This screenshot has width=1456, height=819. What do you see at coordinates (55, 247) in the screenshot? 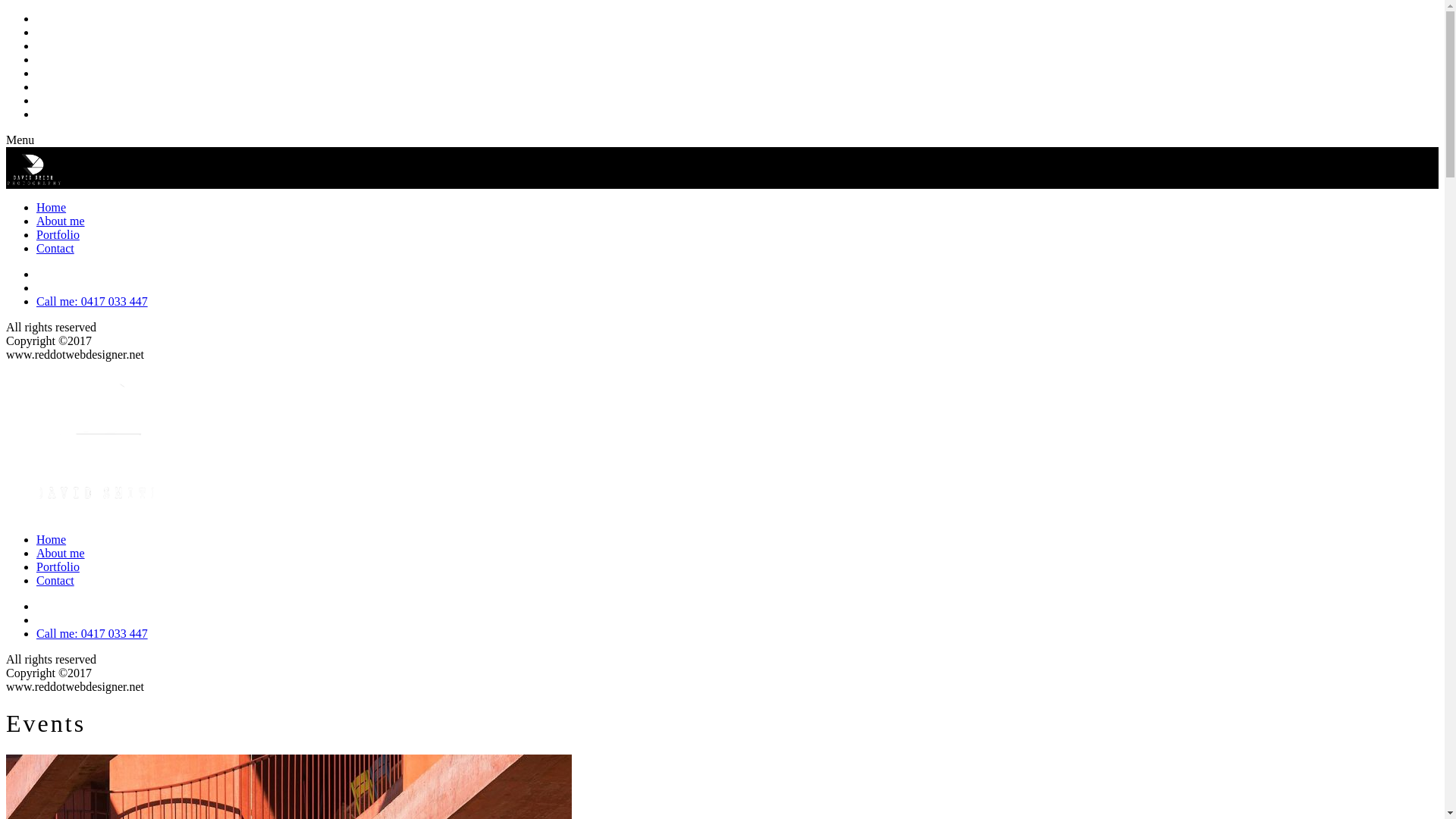
I see `'Contact'` at bounding box center [55, 247].